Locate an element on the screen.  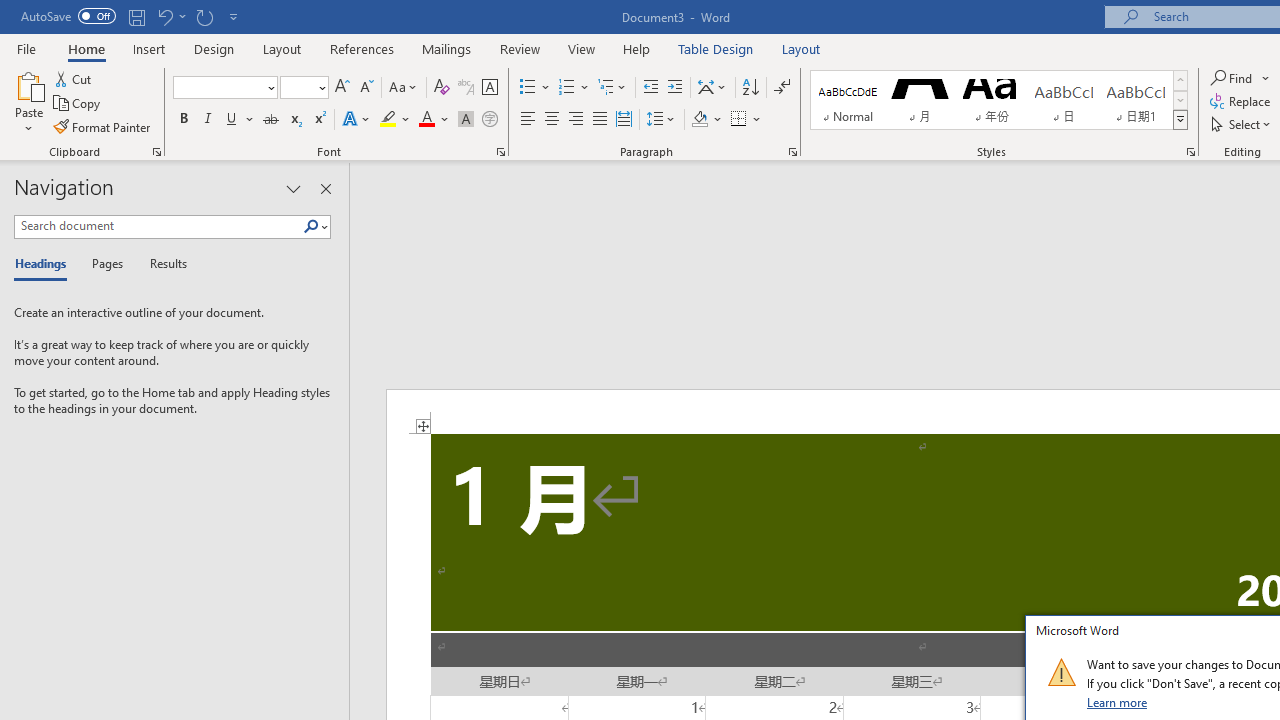
'Row up' is located at coordinates (1180, 79).